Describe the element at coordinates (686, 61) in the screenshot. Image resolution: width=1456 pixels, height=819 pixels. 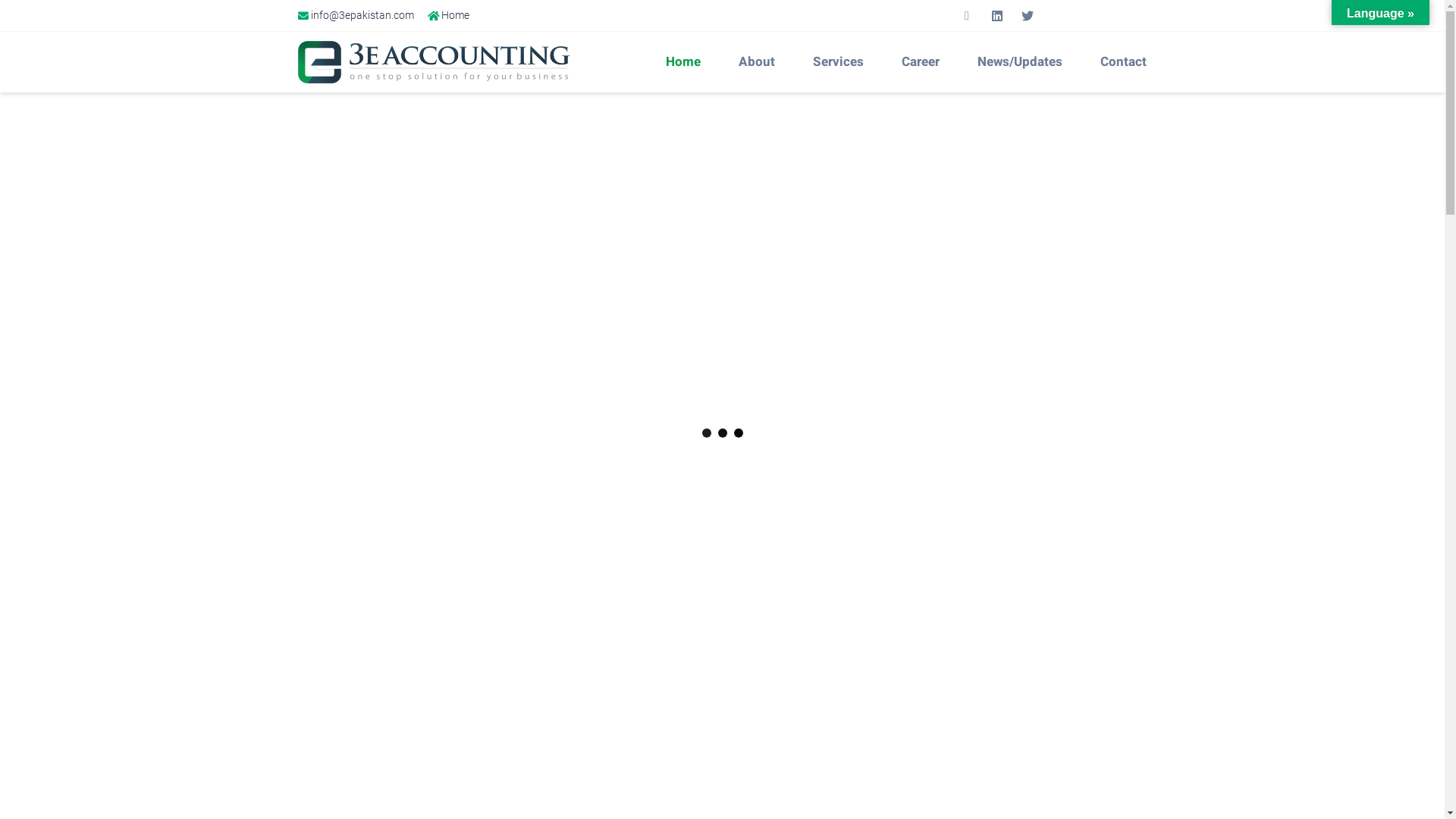
I see `'Home'` at that location.